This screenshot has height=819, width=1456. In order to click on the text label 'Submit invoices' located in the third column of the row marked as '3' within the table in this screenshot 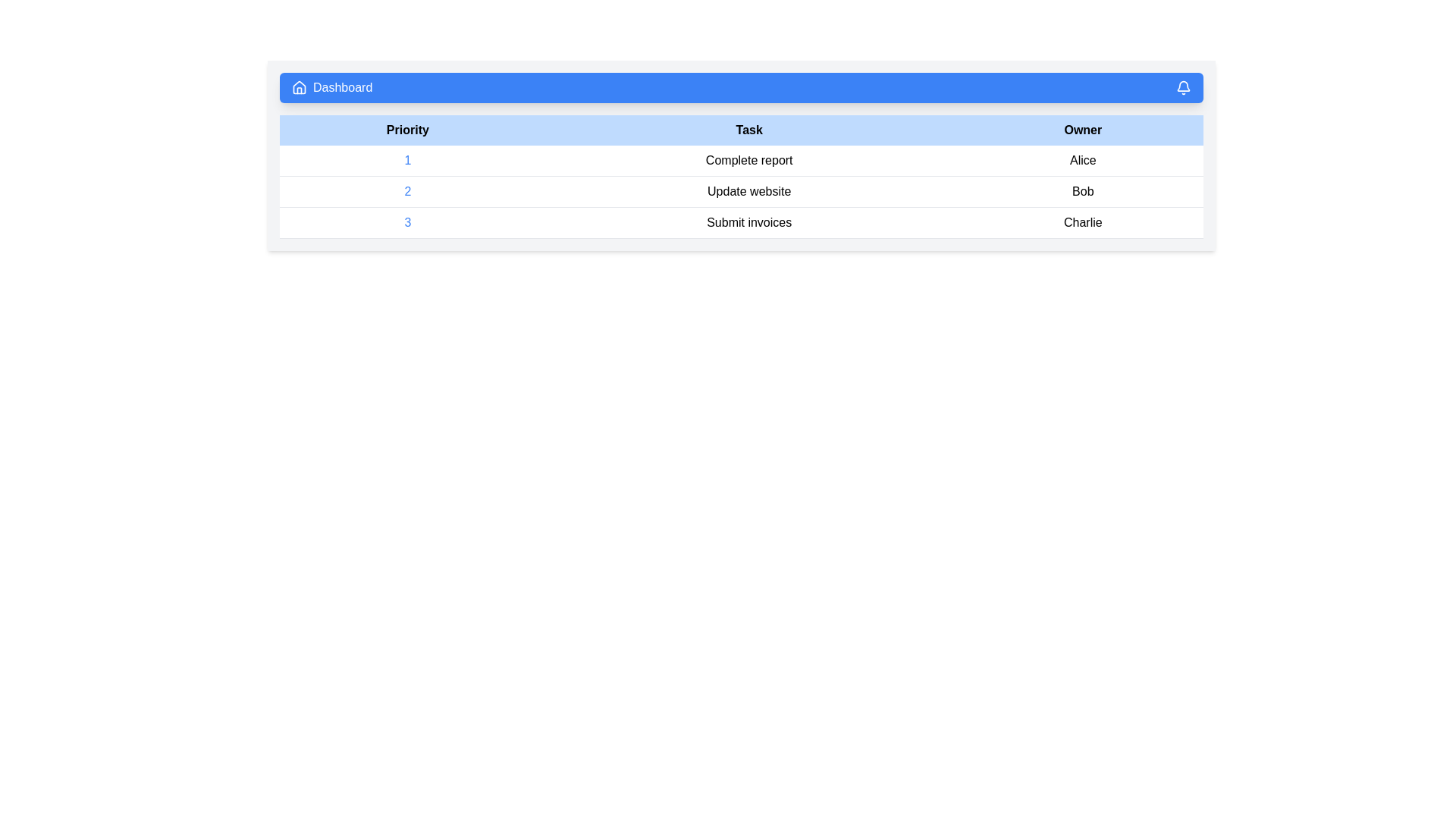, I will do `click(749, 222)`.